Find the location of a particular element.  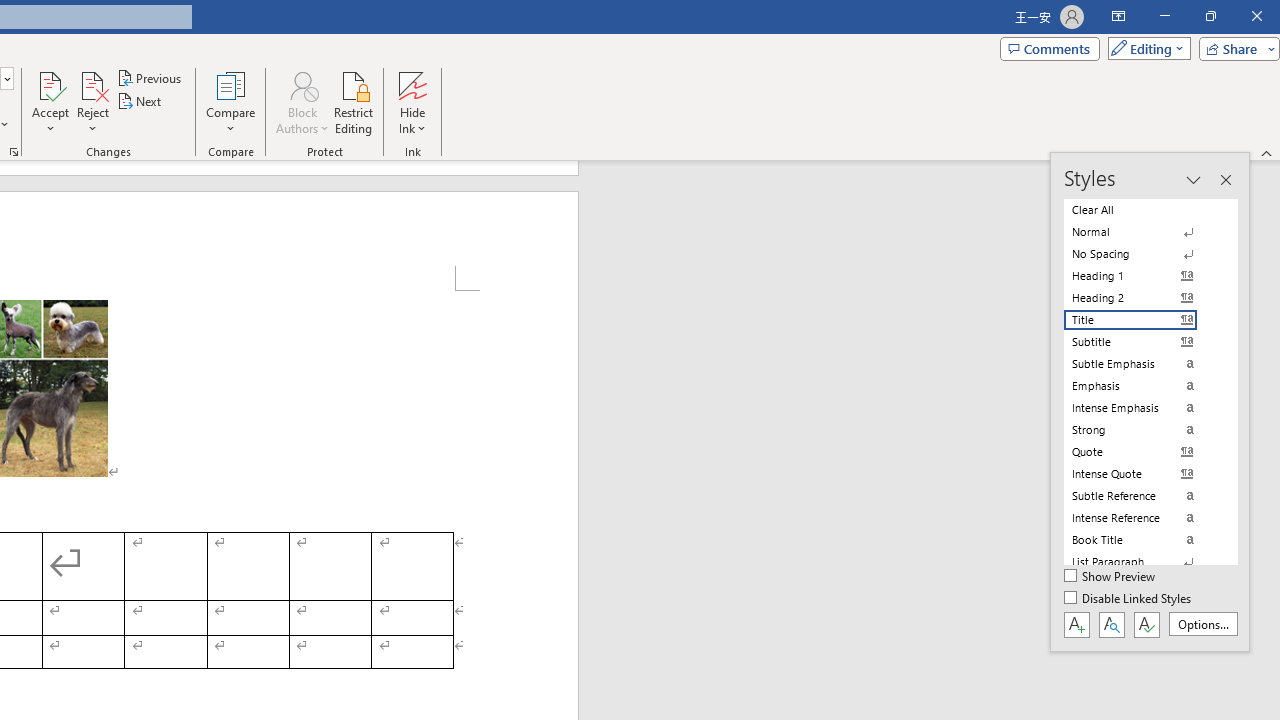

'Next' is located at coordinates (139, 101).